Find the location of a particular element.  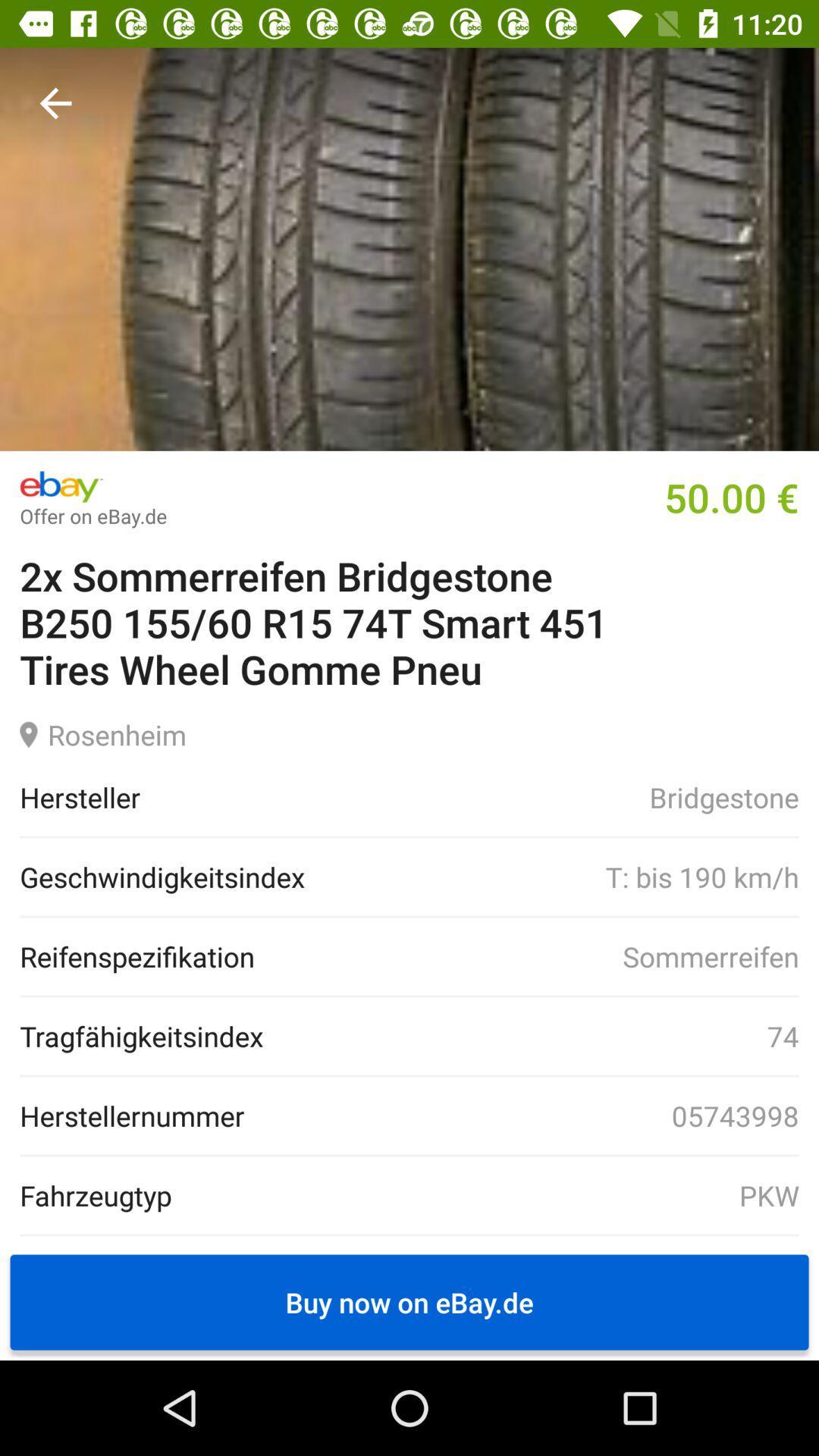

the fahrzeugtyp is located at coordinates (96, 1194).